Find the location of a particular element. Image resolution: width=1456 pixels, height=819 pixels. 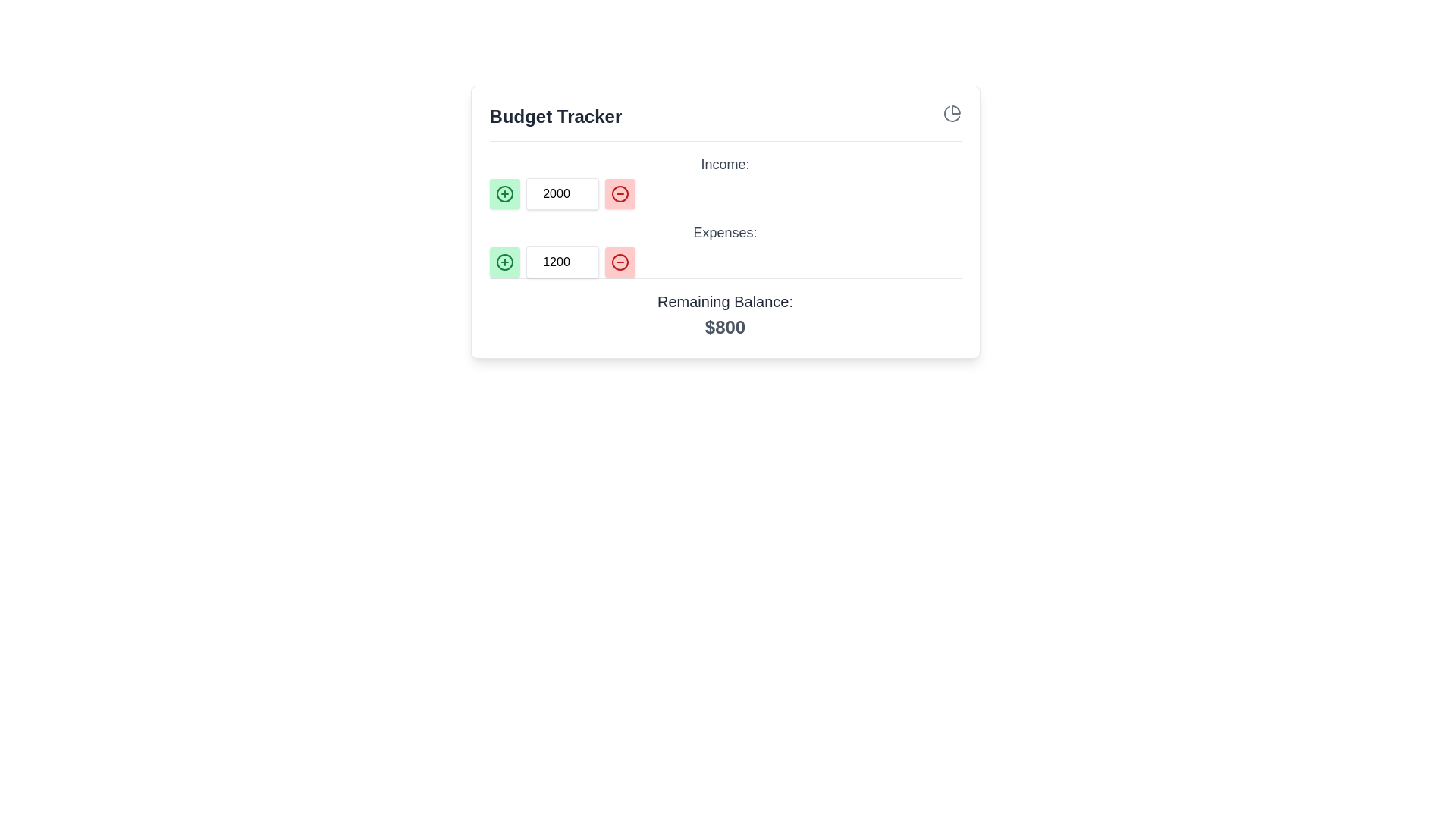

the circular green outlined icon button with a green plus symbol (+) in the Budget Tracker's second row, located to the left of the '1200' input field is located at coordinates (504, 193).